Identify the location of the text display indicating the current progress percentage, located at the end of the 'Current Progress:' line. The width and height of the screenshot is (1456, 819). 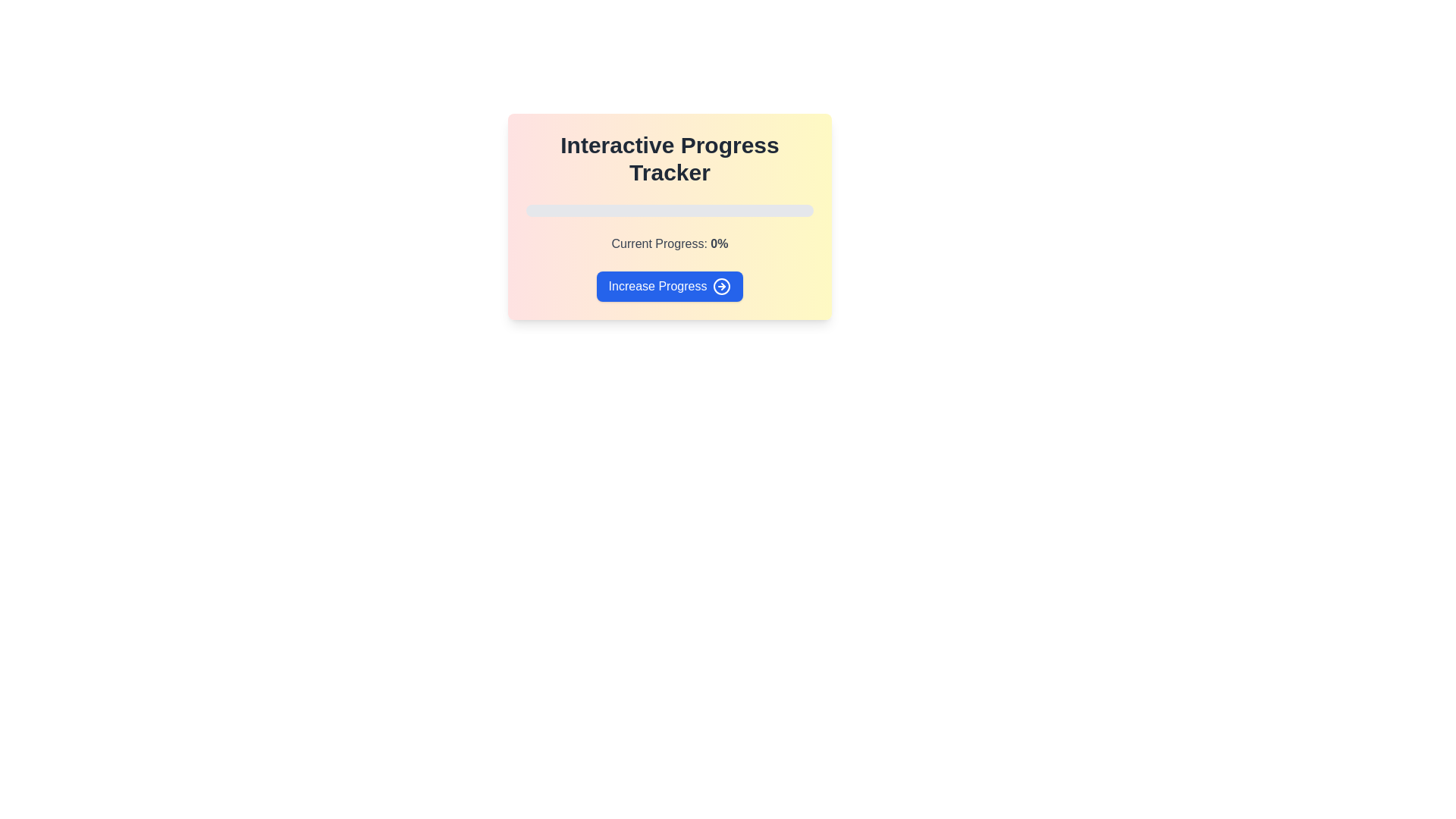
(718, 243).